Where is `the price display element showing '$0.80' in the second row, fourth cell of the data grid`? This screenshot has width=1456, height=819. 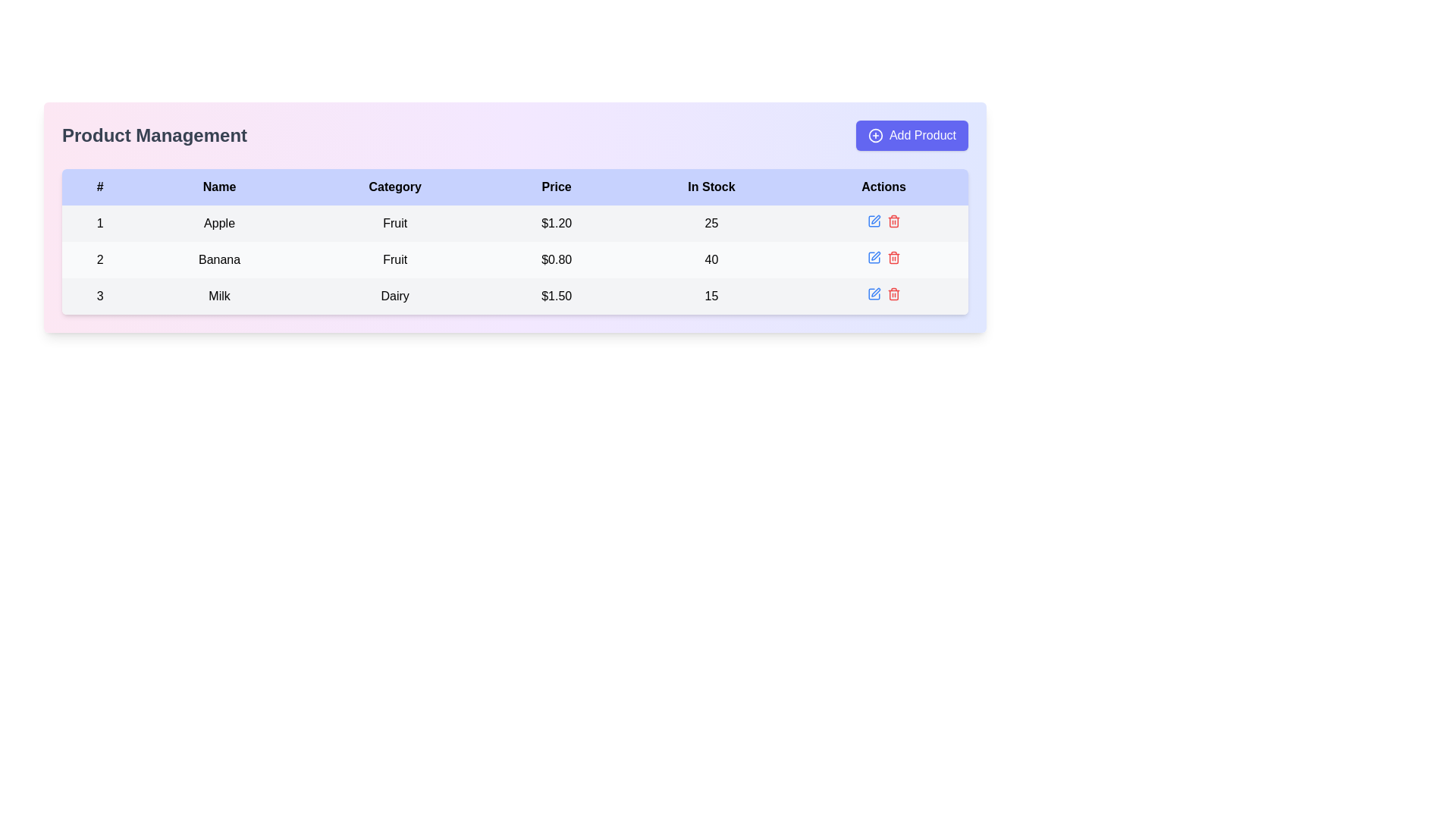
the price display element showing '$0.80' in the second row, fourth cell of the data grid is located at coordinates (556, 259).